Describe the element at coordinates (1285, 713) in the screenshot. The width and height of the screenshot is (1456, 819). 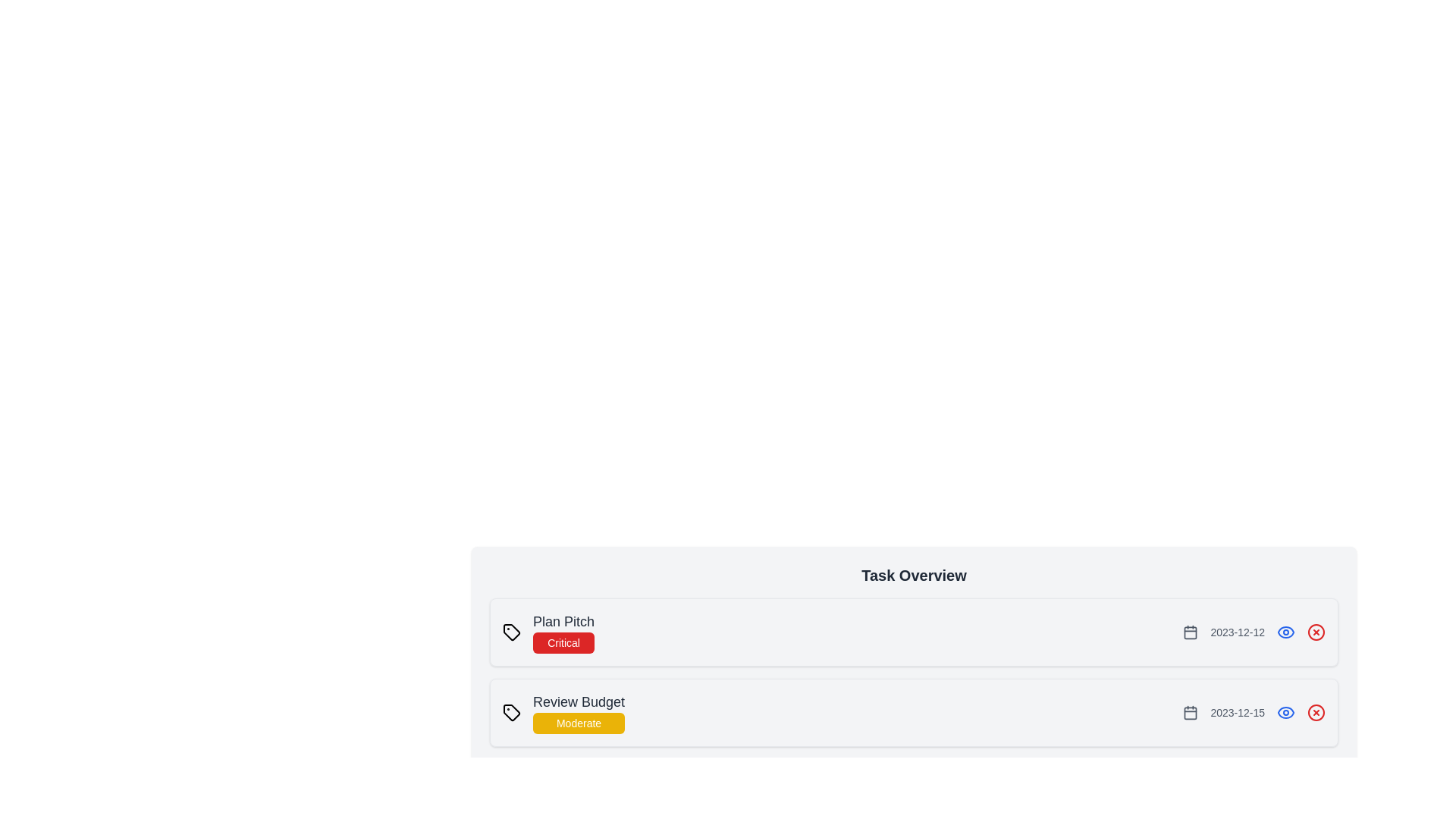
I see `the eye icon to view the details of the task identified by Review Budget` at that location.